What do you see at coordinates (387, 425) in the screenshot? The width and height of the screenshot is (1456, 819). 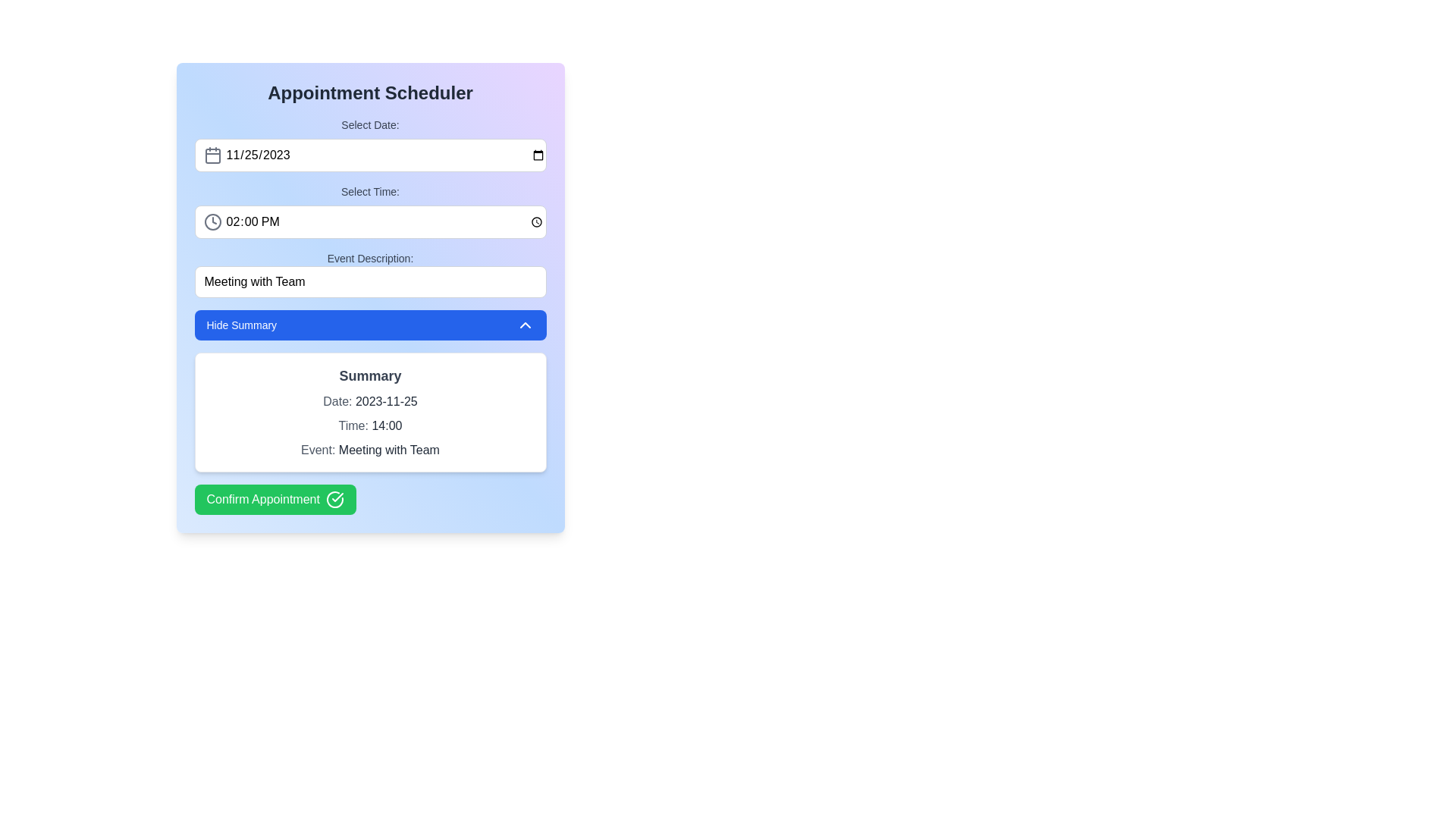 I see `displayed time in the summary box under the label 'Time', which is located between the labels 'Date' and 'Event'` at bounding box center [387, 425].